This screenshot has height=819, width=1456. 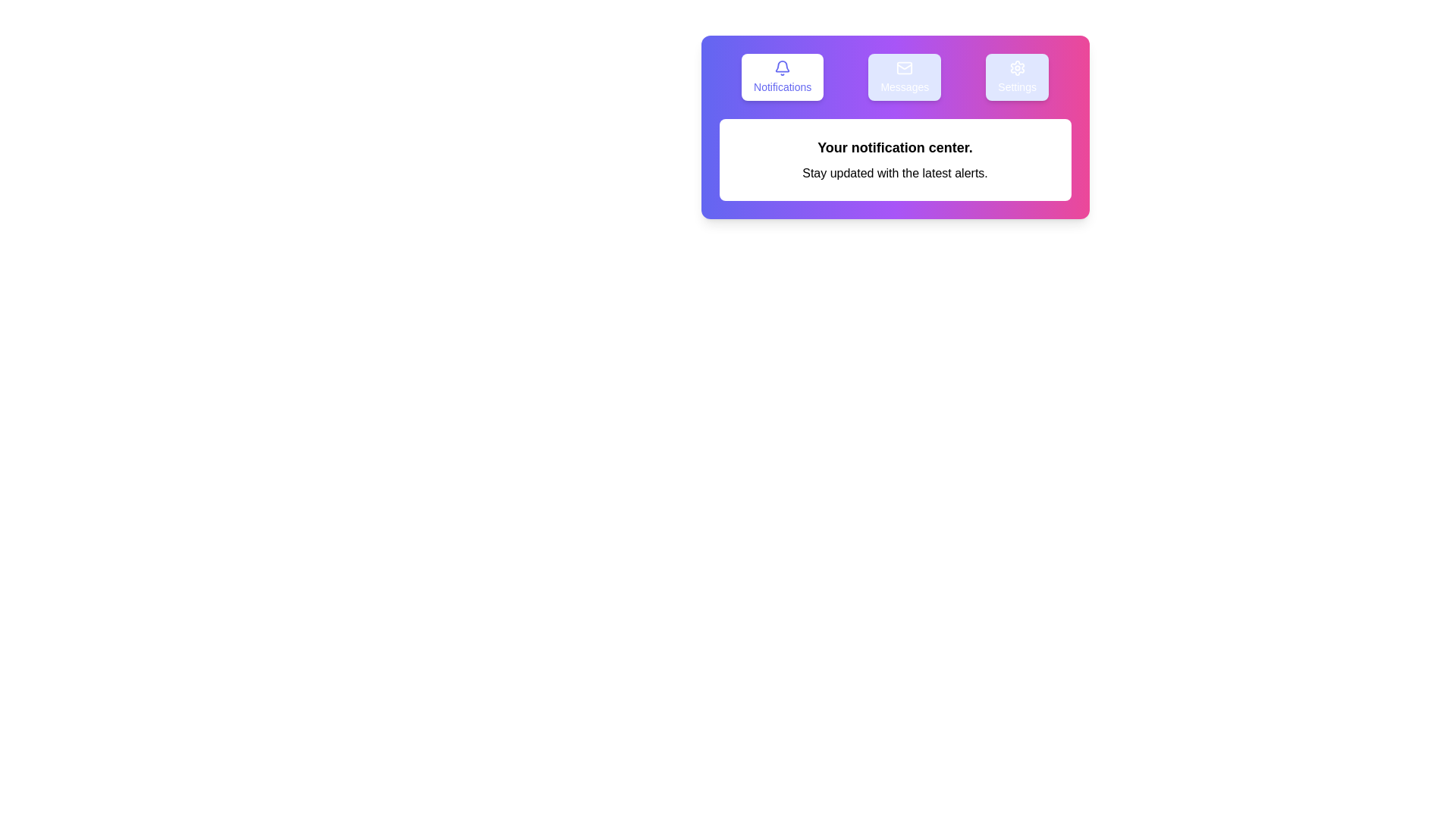 What do you see at coordinates (783, 77) in the screenshot?
I see `the notifications button located in the top-left section of a row of three buttons` at bounding box center [783, 77].